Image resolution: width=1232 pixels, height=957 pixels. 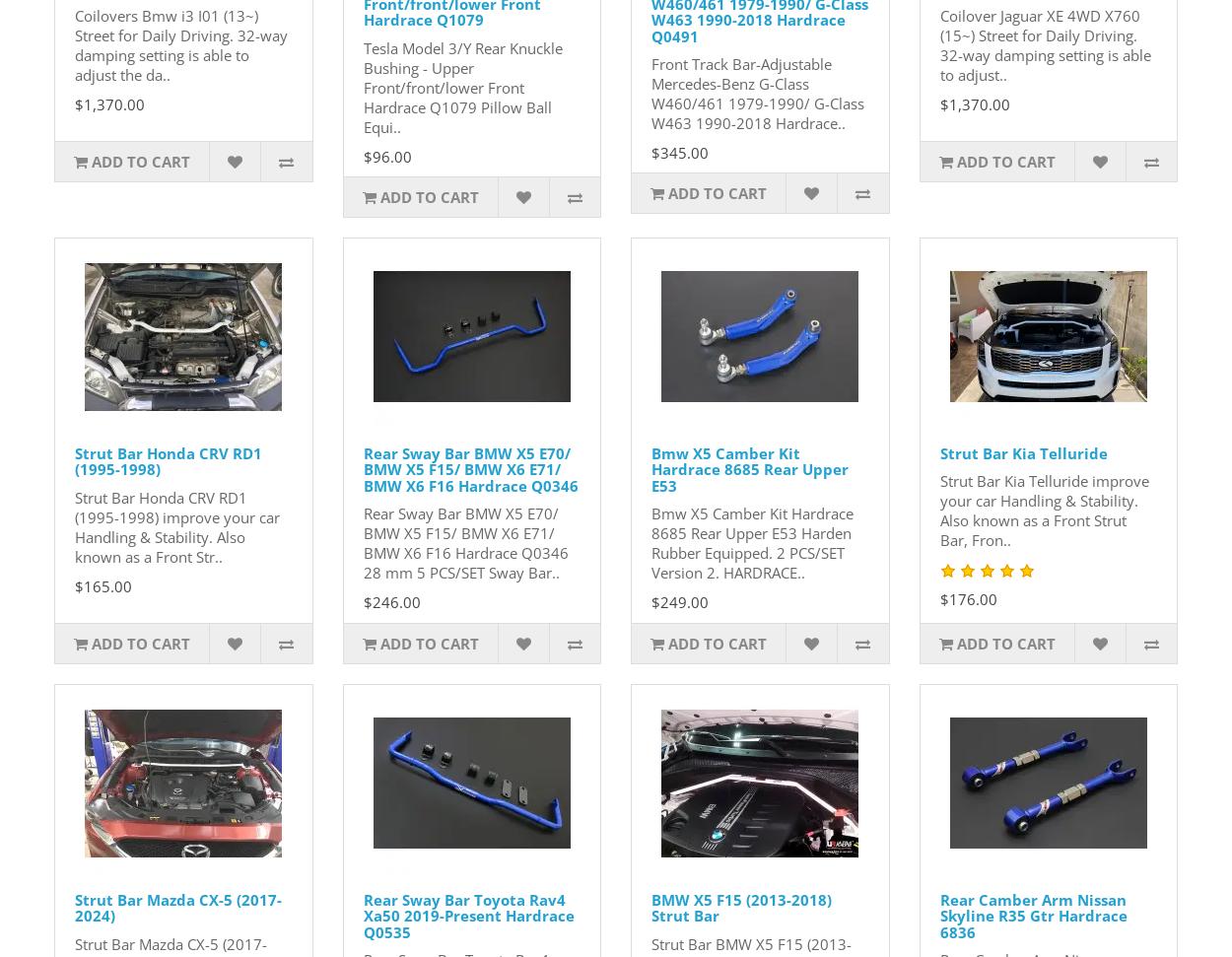 I want to click on 'Bmw X5 Camber Kit Hardrace 8685 Rear Upper E53', so click(x=750, y=468).